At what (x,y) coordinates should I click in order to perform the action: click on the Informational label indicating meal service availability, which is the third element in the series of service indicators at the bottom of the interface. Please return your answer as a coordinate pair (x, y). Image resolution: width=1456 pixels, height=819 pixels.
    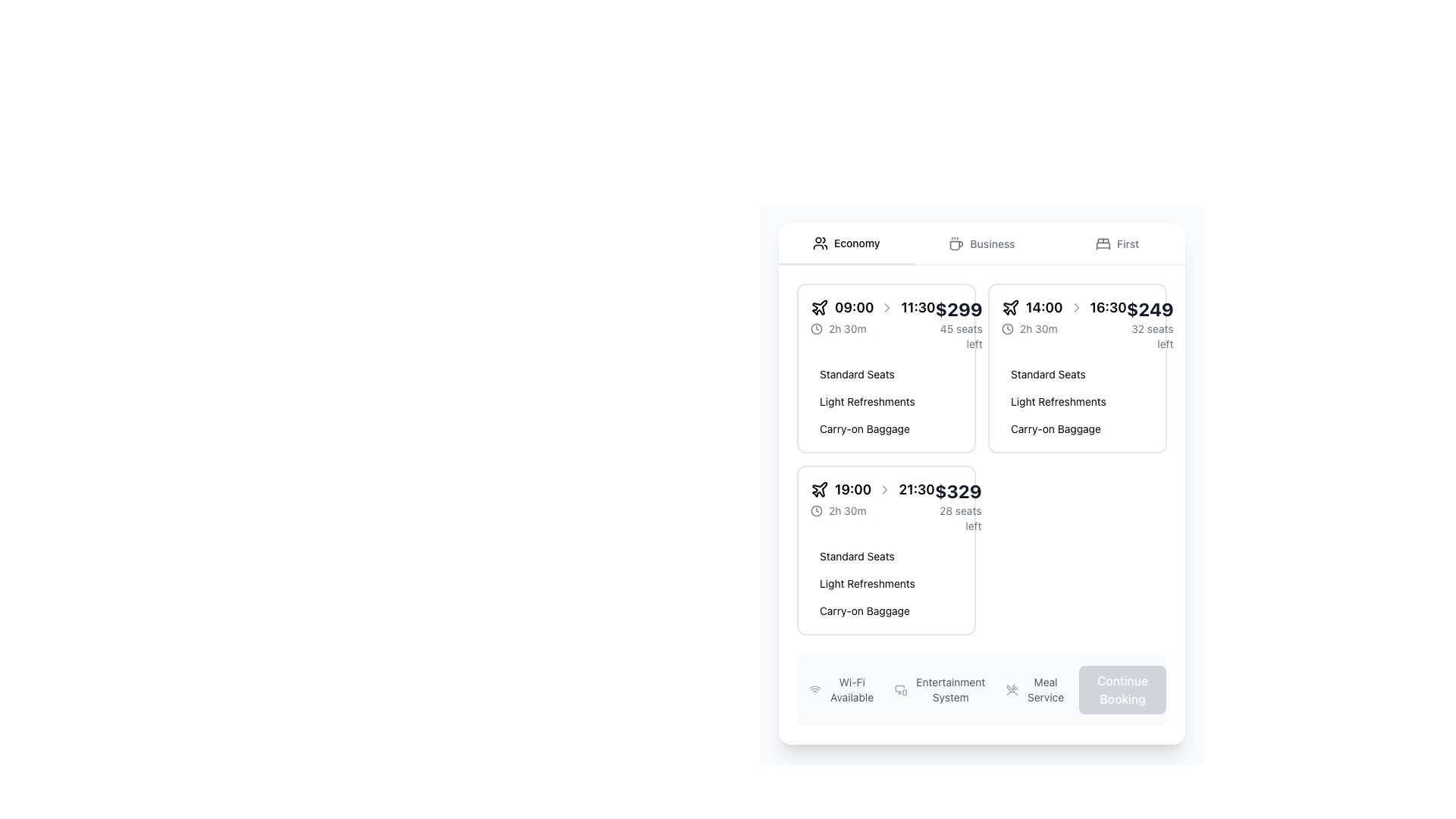
    Looking at the image, I should click on (1036, 690).